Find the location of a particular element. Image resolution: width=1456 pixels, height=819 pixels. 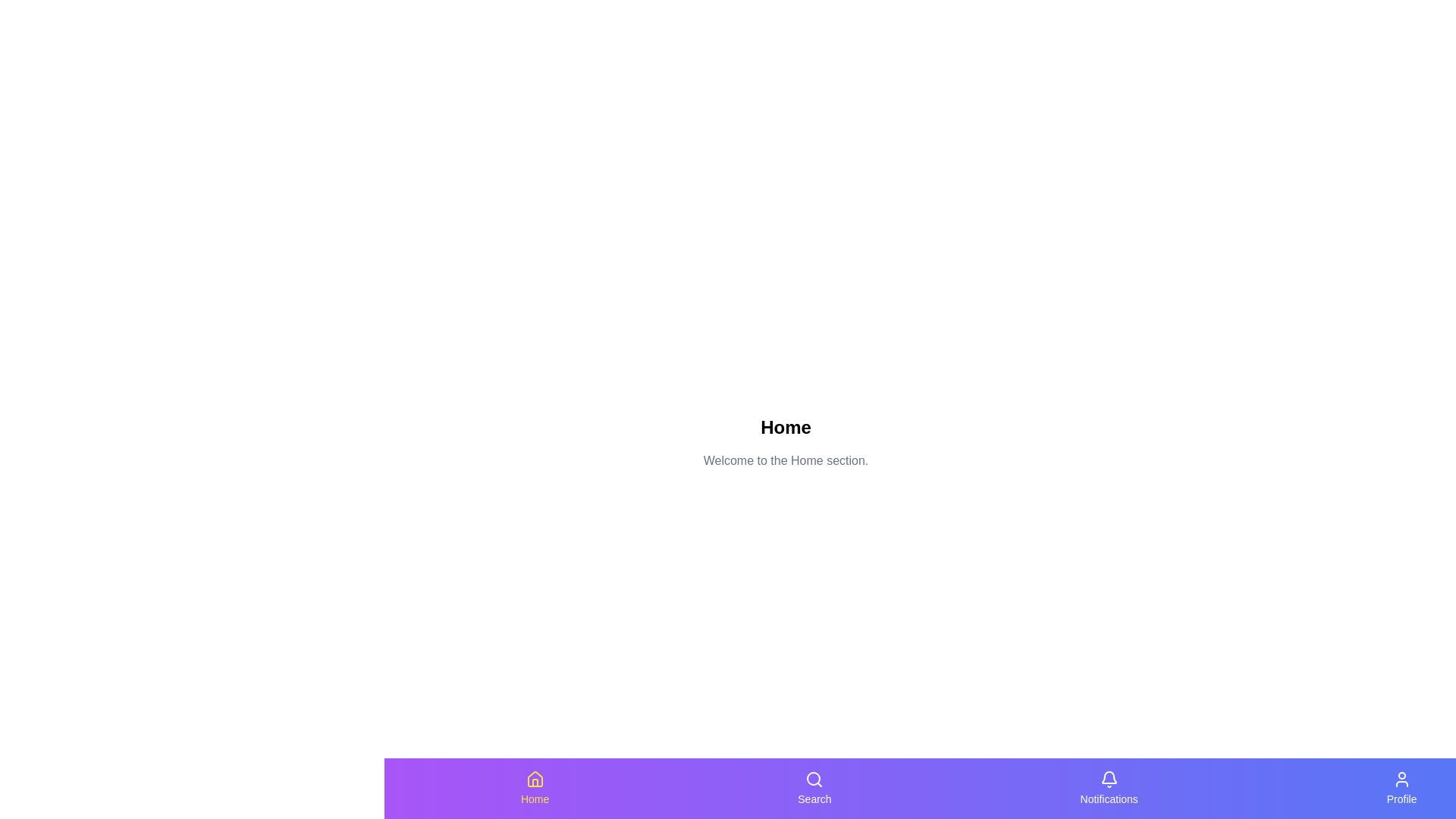

the 'Profile' button, which features a user silhouette icon and a text label on a purple-blue gradient background, located in the bottom navigation bar is located at coordinates (1401, 788).